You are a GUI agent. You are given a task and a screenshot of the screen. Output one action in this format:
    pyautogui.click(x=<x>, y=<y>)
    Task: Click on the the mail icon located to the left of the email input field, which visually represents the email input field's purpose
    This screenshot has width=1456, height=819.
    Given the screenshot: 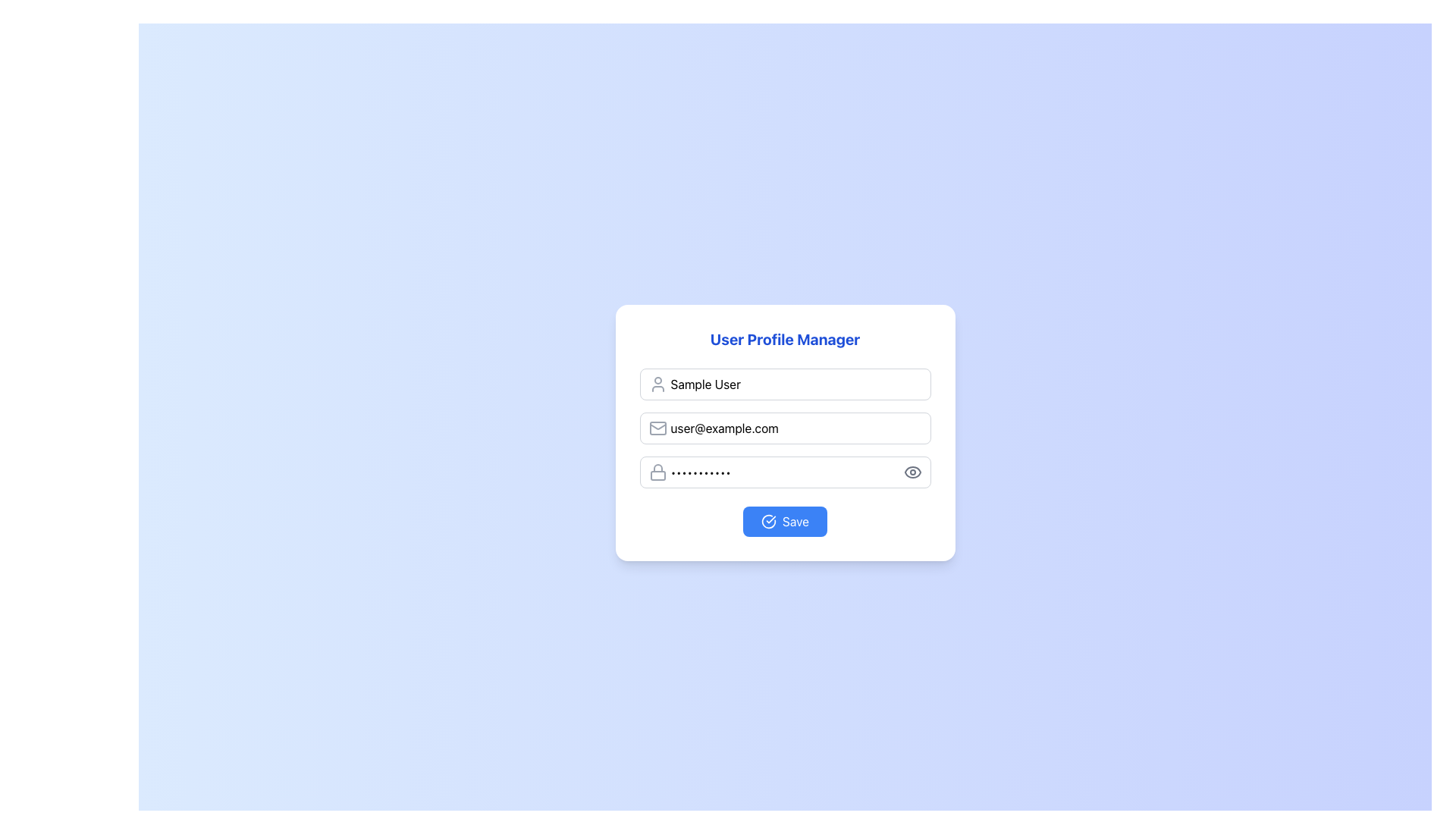 What is the action you would take?
    pyautogui.click(x=657, y=428)
    